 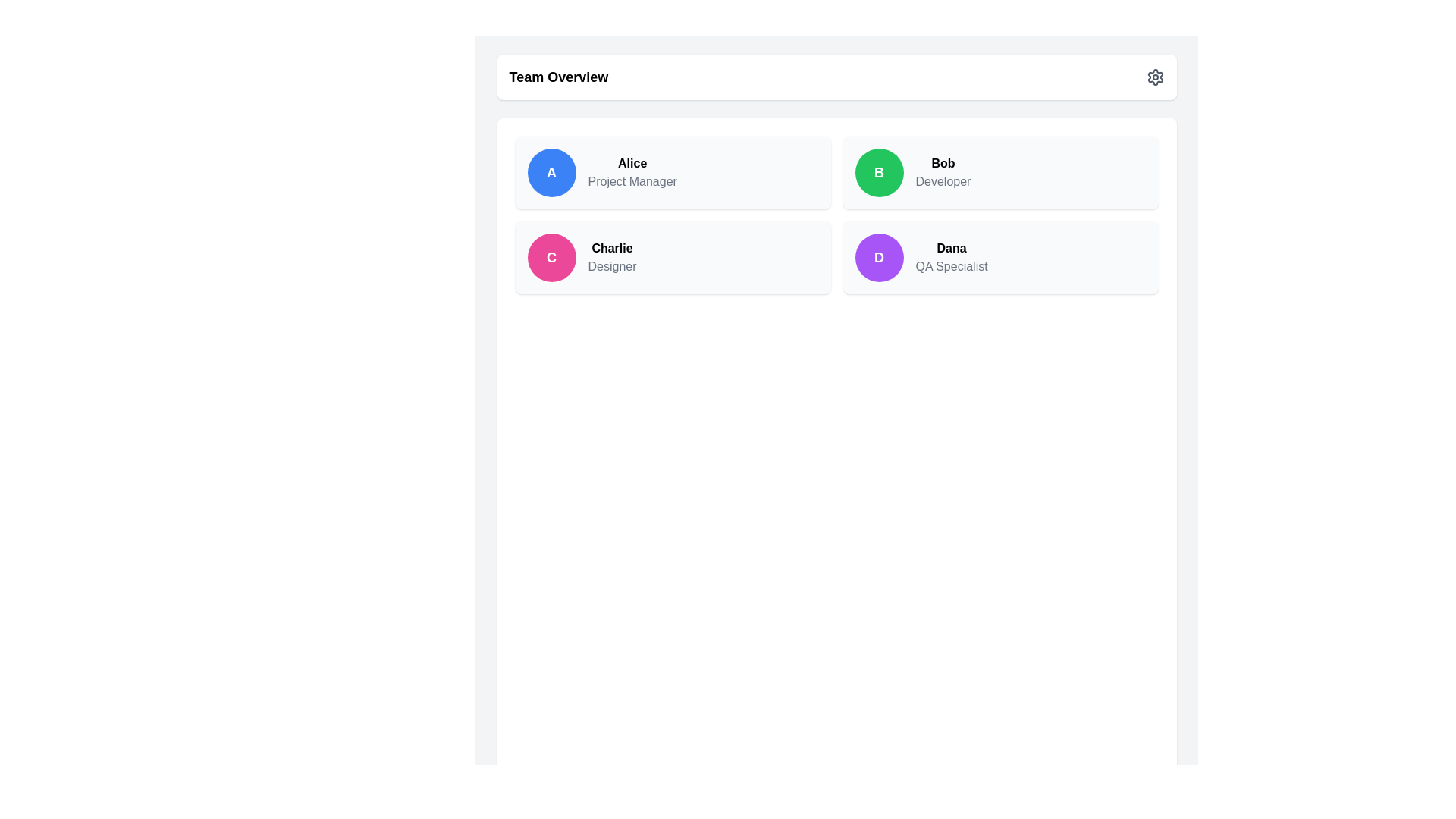 What do you see at coordinates (951, 256) in the screenshot?
I see `the text display containing 'Dana' in bold and 'QA Specialist' in gray, located inside the fourth card in the grid layout at the bottom-right corner, next to a purple circle with the letter 'D'` at bounding box center [951, 256].